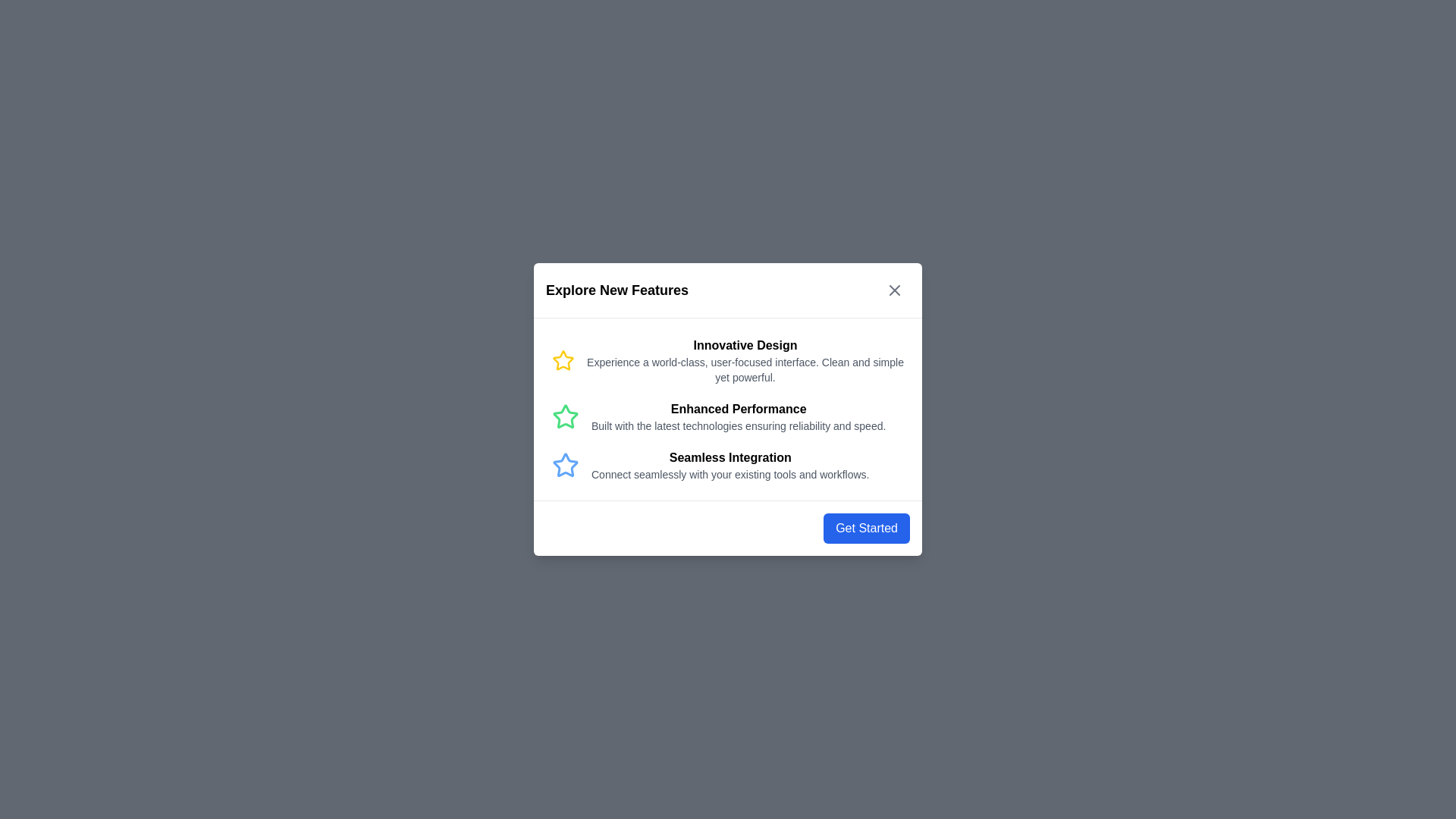 This screenshot has height=819, width=1456. Describe the element at coordinates (728, 464) in the screenshot. I see `the Informational section titled 'Seamless Integration', which includes a blue star icon and descriptive text` at that location.